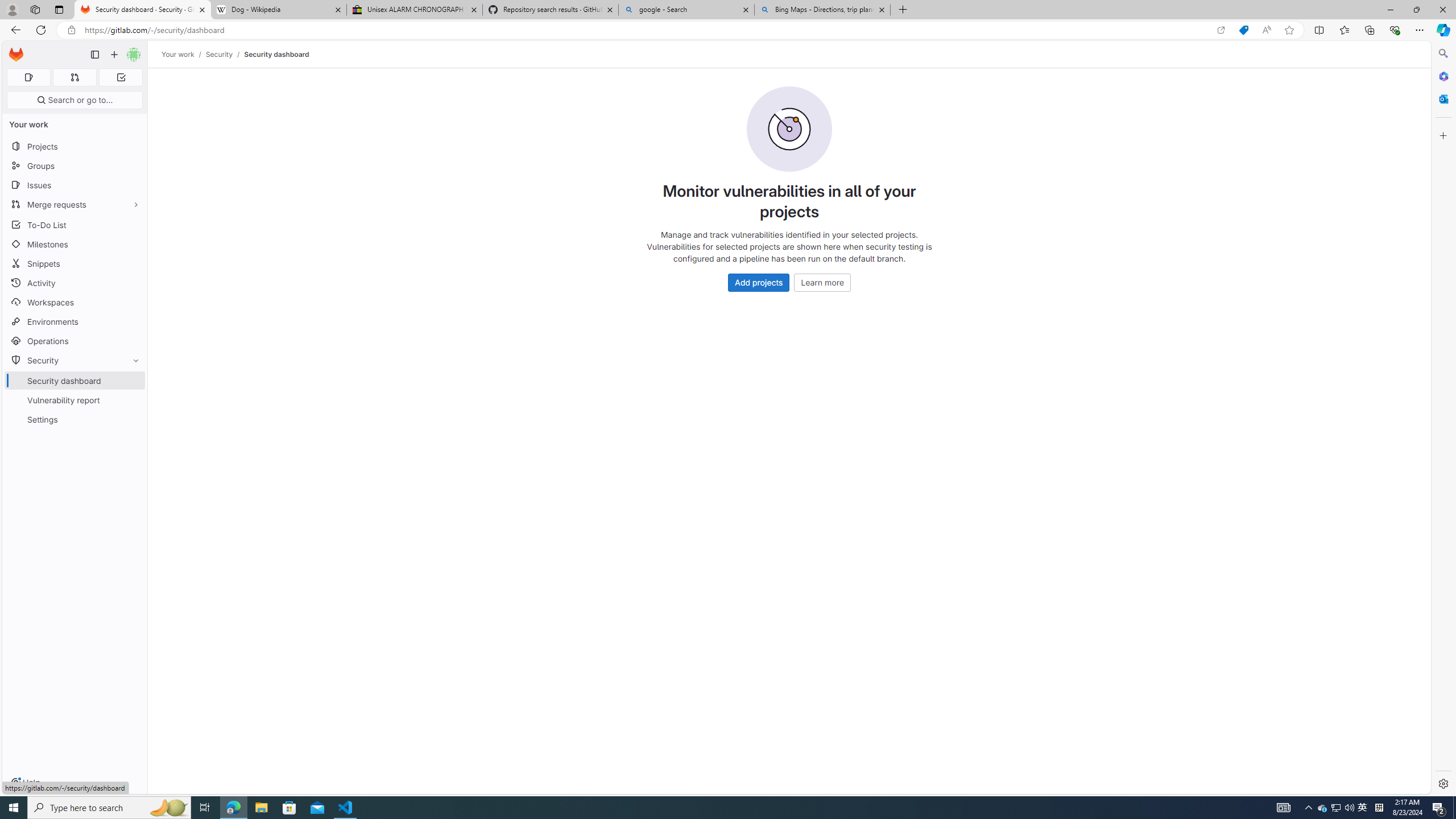 The width and height of the screenshot is (1456, 819). What do you see at coordinates (120, 77) in the screenshot?
I see `'To-Do list 0'` at bounding box center [120, 77].